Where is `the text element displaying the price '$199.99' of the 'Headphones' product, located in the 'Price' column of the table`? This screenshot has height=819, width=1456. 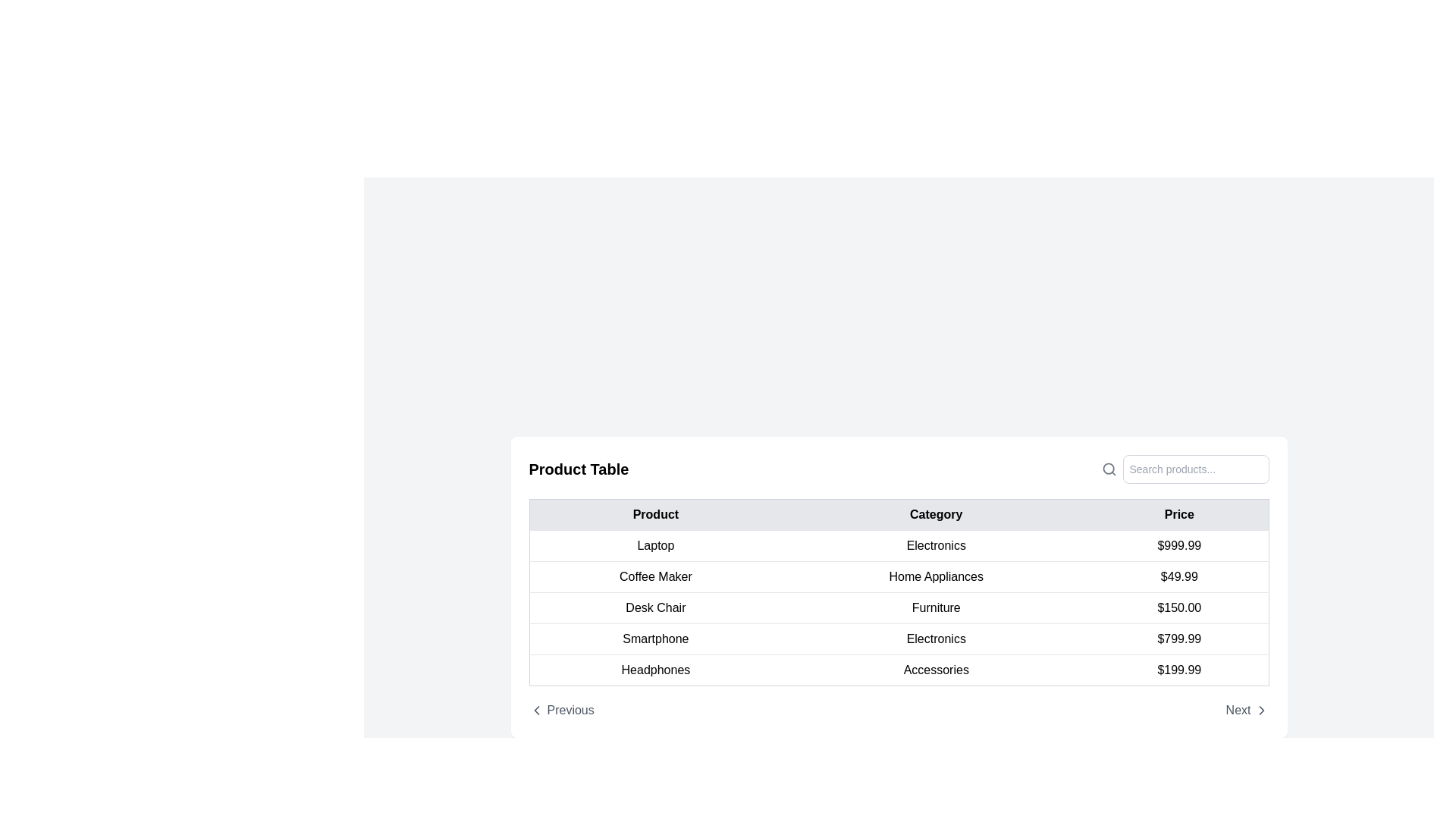
the text element displaying the price '$199.99' of the 'Headphones' product, located in the 'Price' column of the table is located at coordinates (1178, 669).